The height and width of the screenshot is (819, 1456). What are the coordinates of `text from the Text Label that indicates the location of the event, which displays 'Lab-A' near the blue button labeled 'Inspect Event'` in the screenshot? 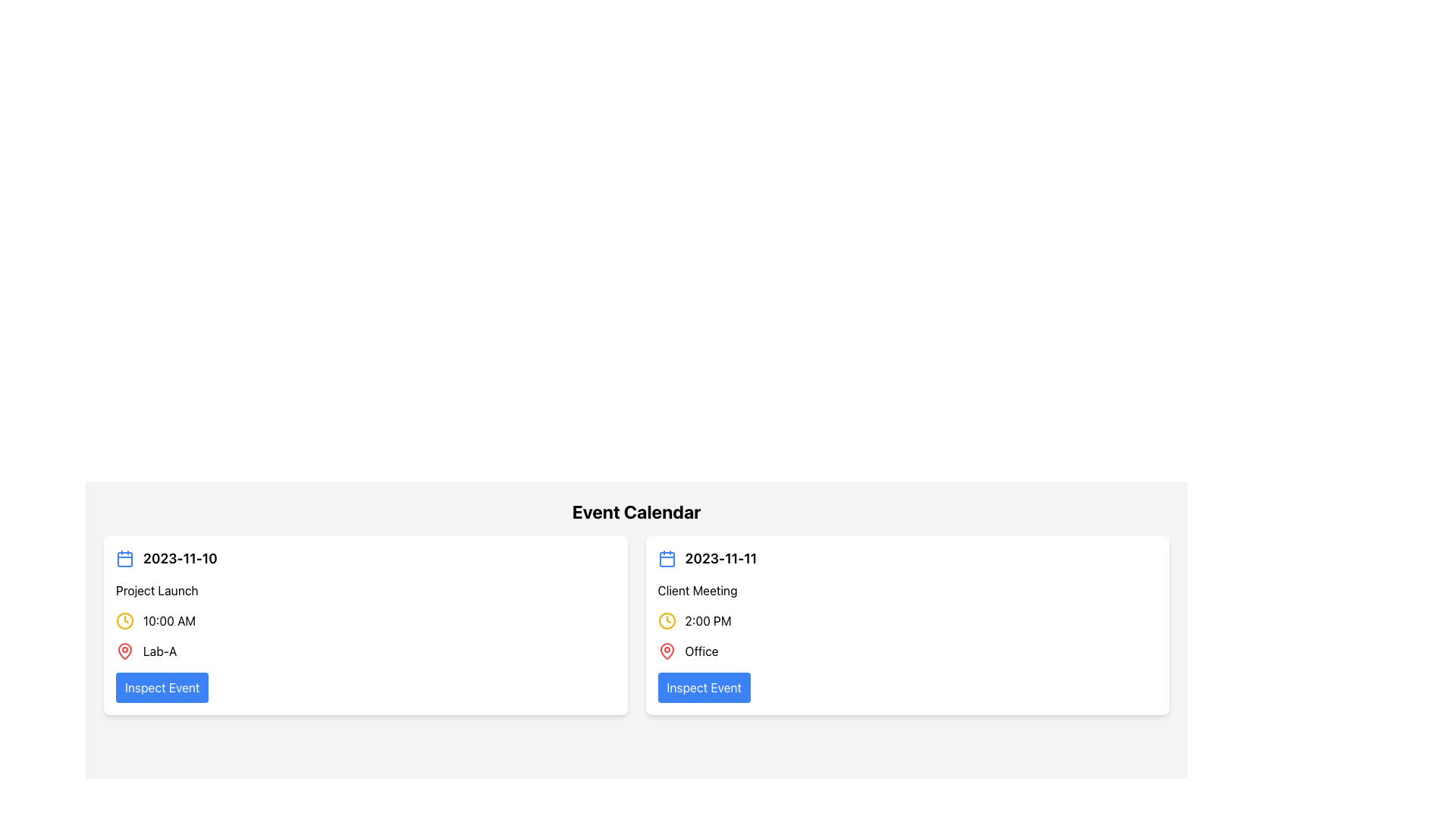 It's located at (160, 651).